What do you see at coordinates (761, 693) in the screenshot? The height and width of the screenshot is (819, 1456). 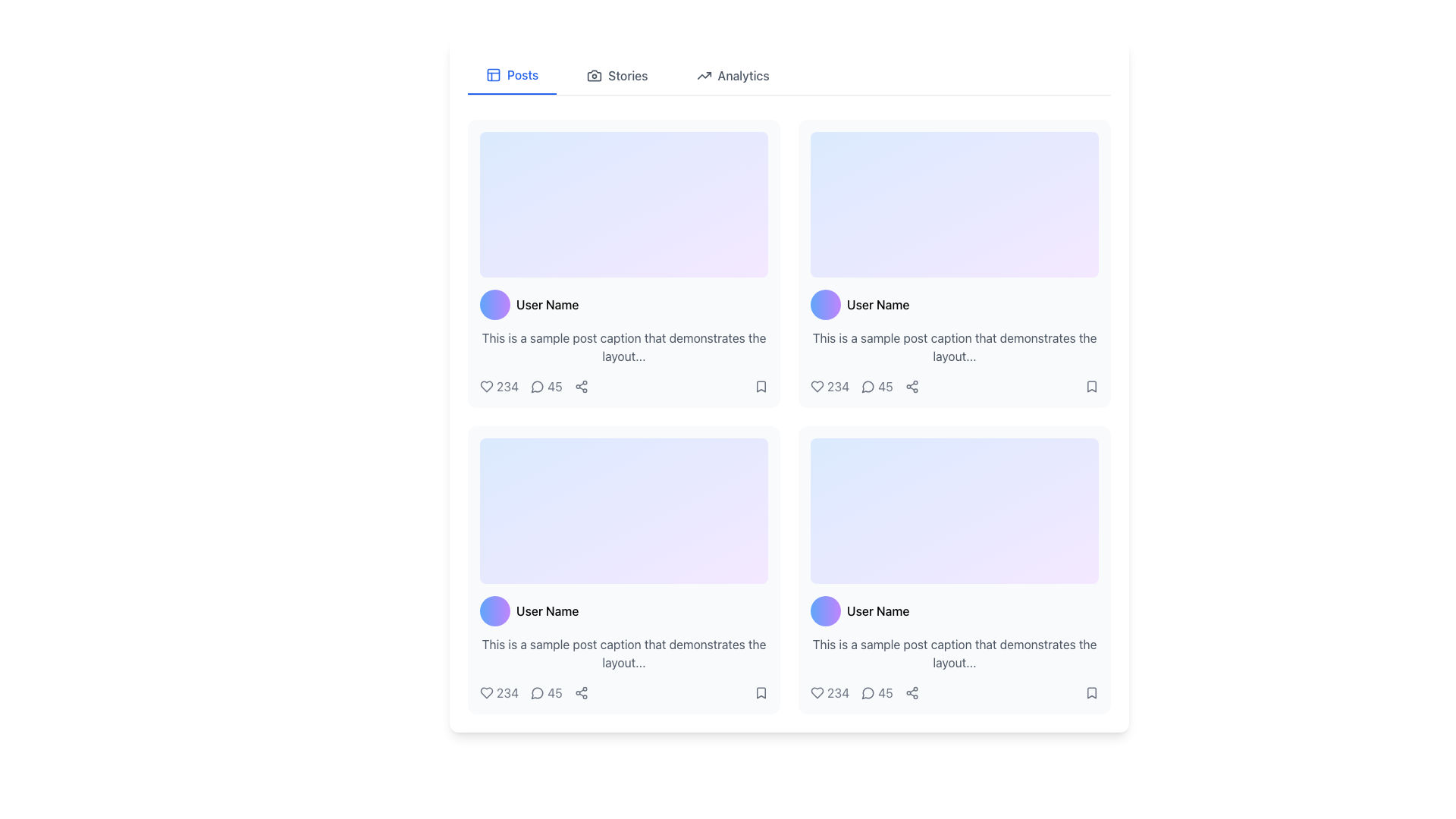 I see `the bookmark-like icon located in the bottom-right corner of the lower-right card` at bounding box center [761, 693].